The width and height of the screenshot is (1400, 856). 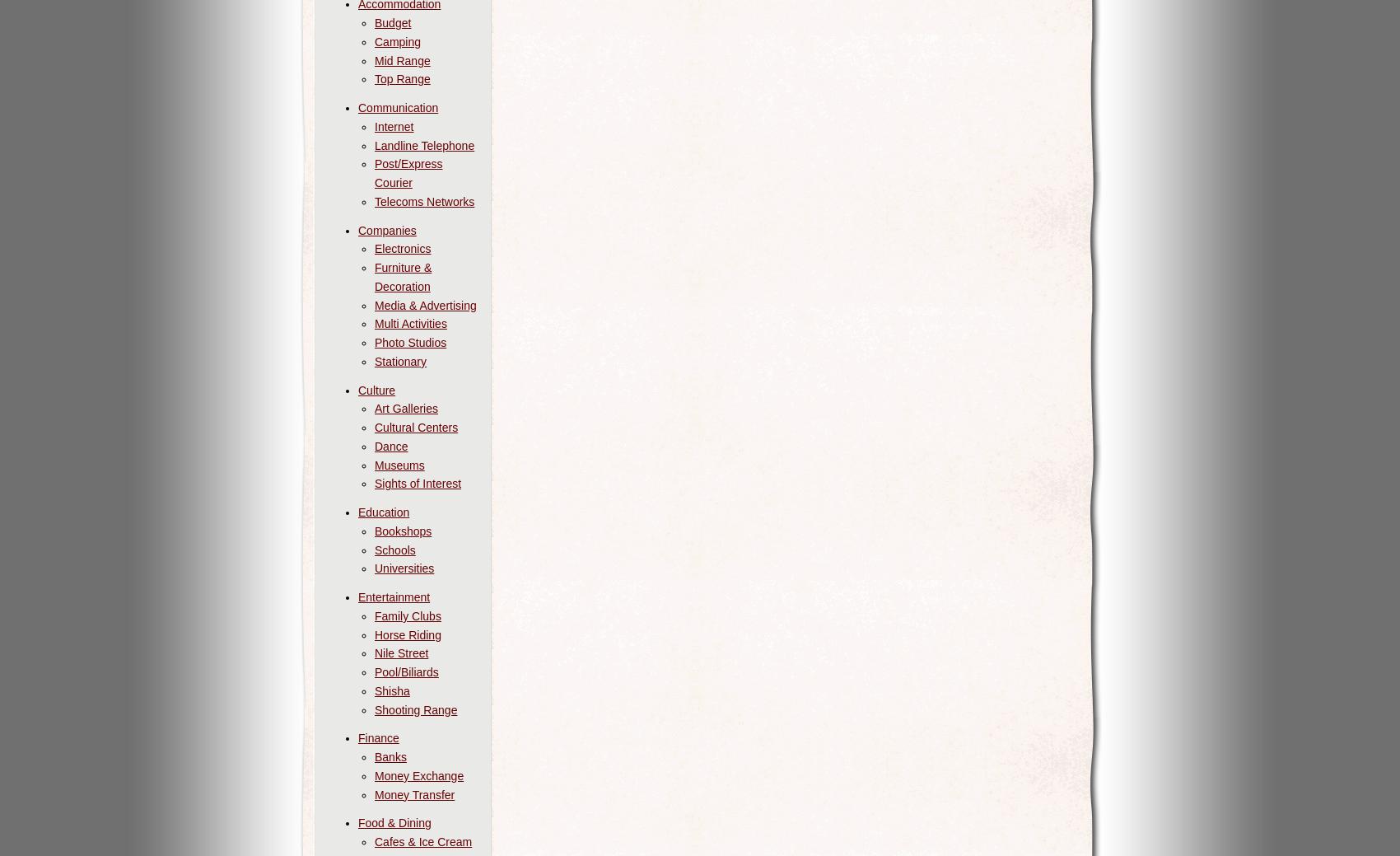 I want to click on 'Landline Telephone', so click(x=424, y=145).